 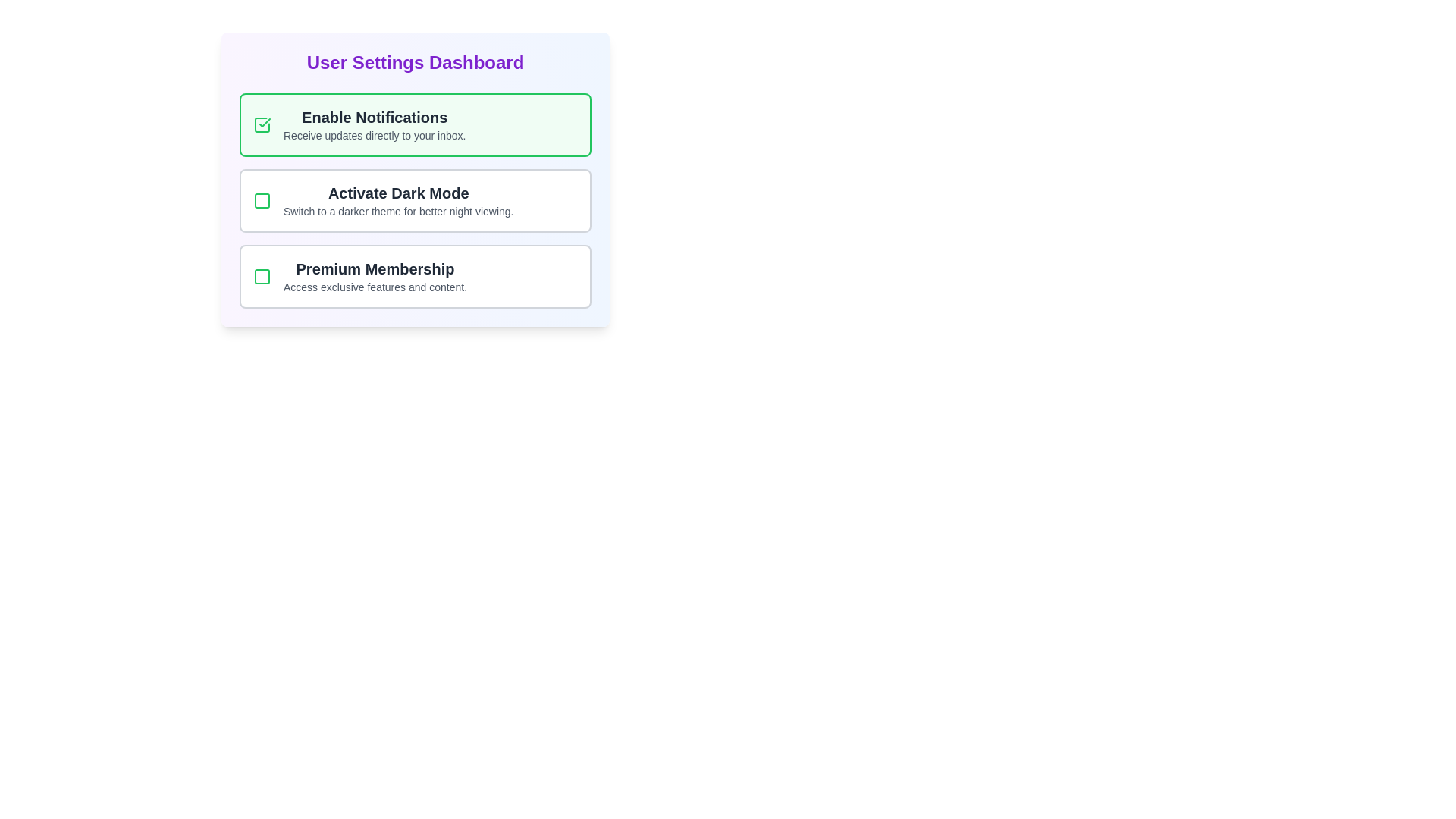 I want to click on descriptive text of the selectable panel with a checkbox that allows users to toggle dark mode, positioned in the User Settings Dashboard below 'Enable Notifications', so click(x=415, y=200).